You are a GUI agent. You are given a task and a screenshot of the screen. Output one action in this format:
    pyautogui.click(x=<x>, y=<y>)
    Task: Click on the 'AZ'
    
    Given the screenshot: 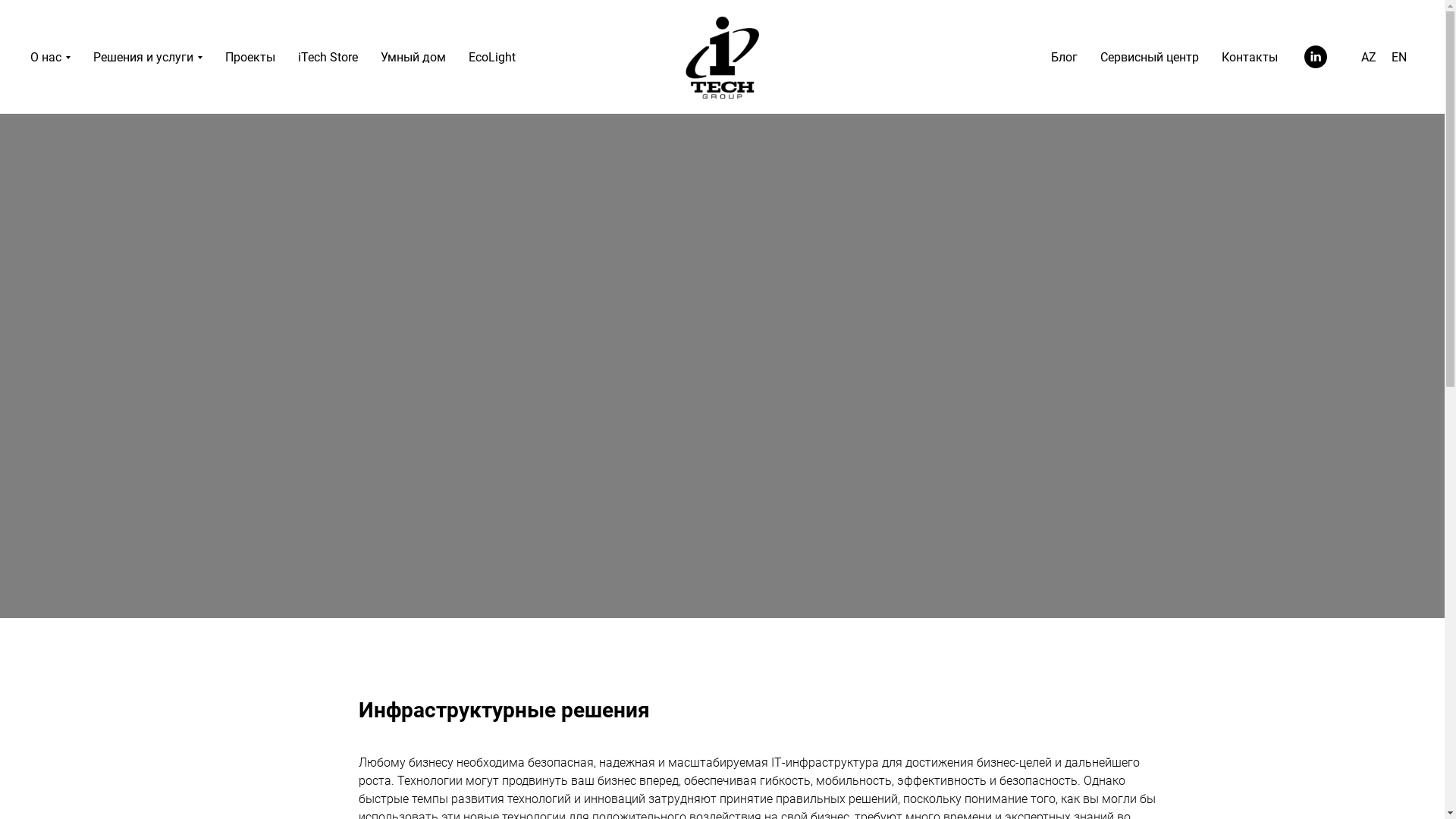 What is the action you would take?
    pyautogui.click(x=1368, y=56)
    